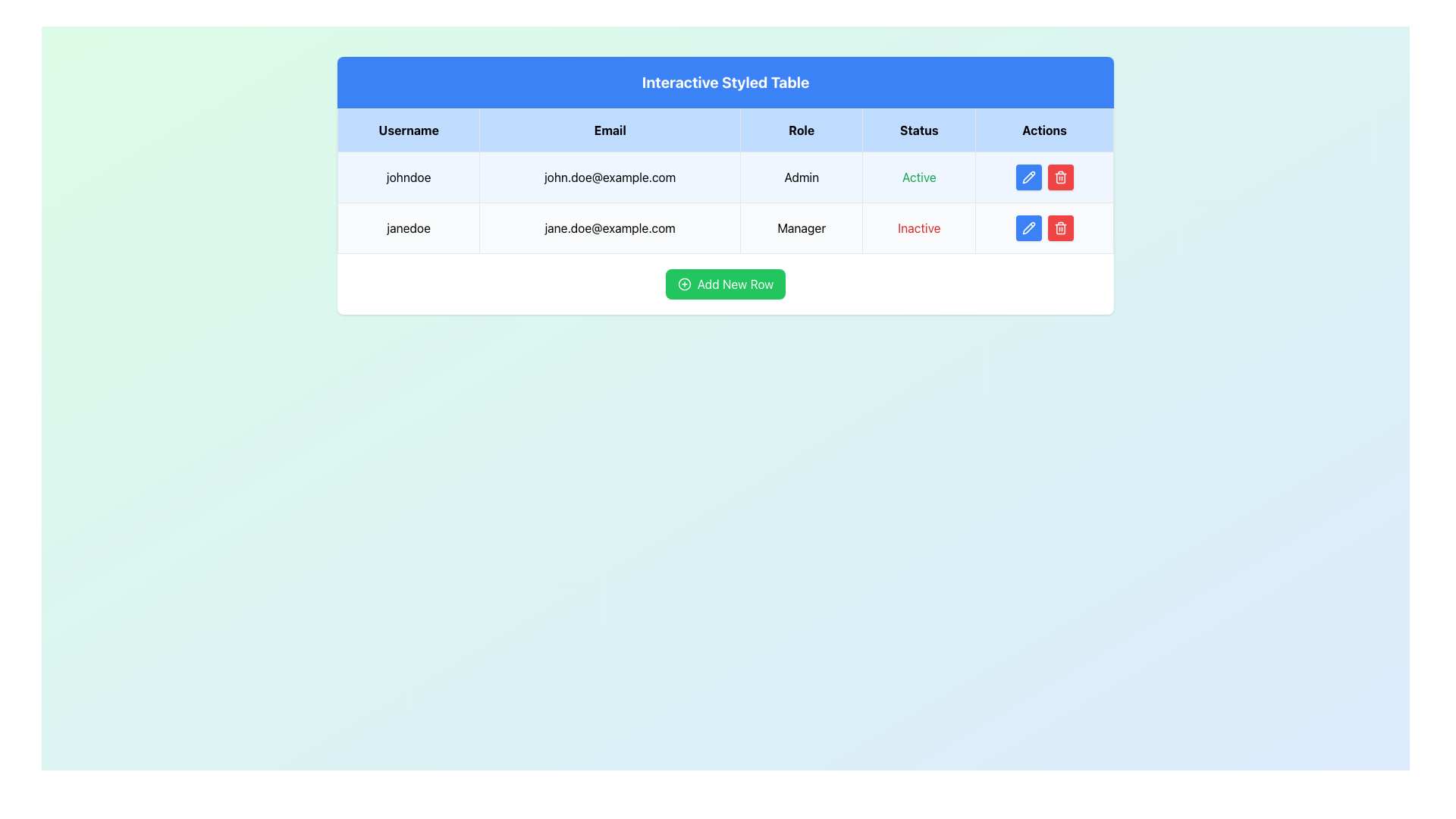 The image size is (1456, 819). Describe the element at coordinates (610, 130) in the screenshot. I see `the 'Email' column header cell in the table, which is the second cell in the header row, positioned between the 'Username' and 'Role' cells` at that location.